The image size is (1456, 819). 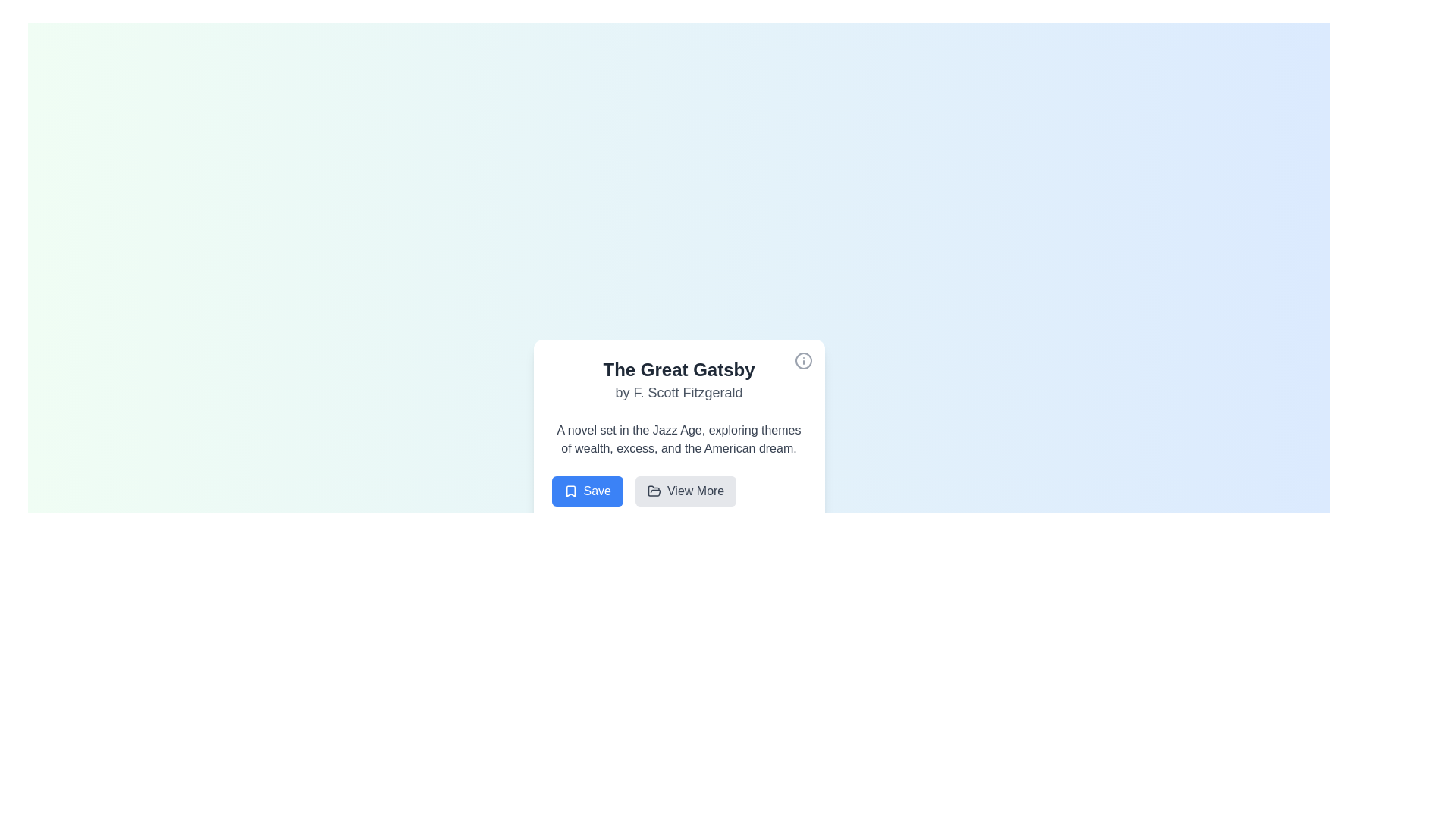 I want to click on Decorative SVG circle element located in the upper-right corner of the card titled 'The Great Gatsby' for debugging purposes, so click(x=802, y=360).